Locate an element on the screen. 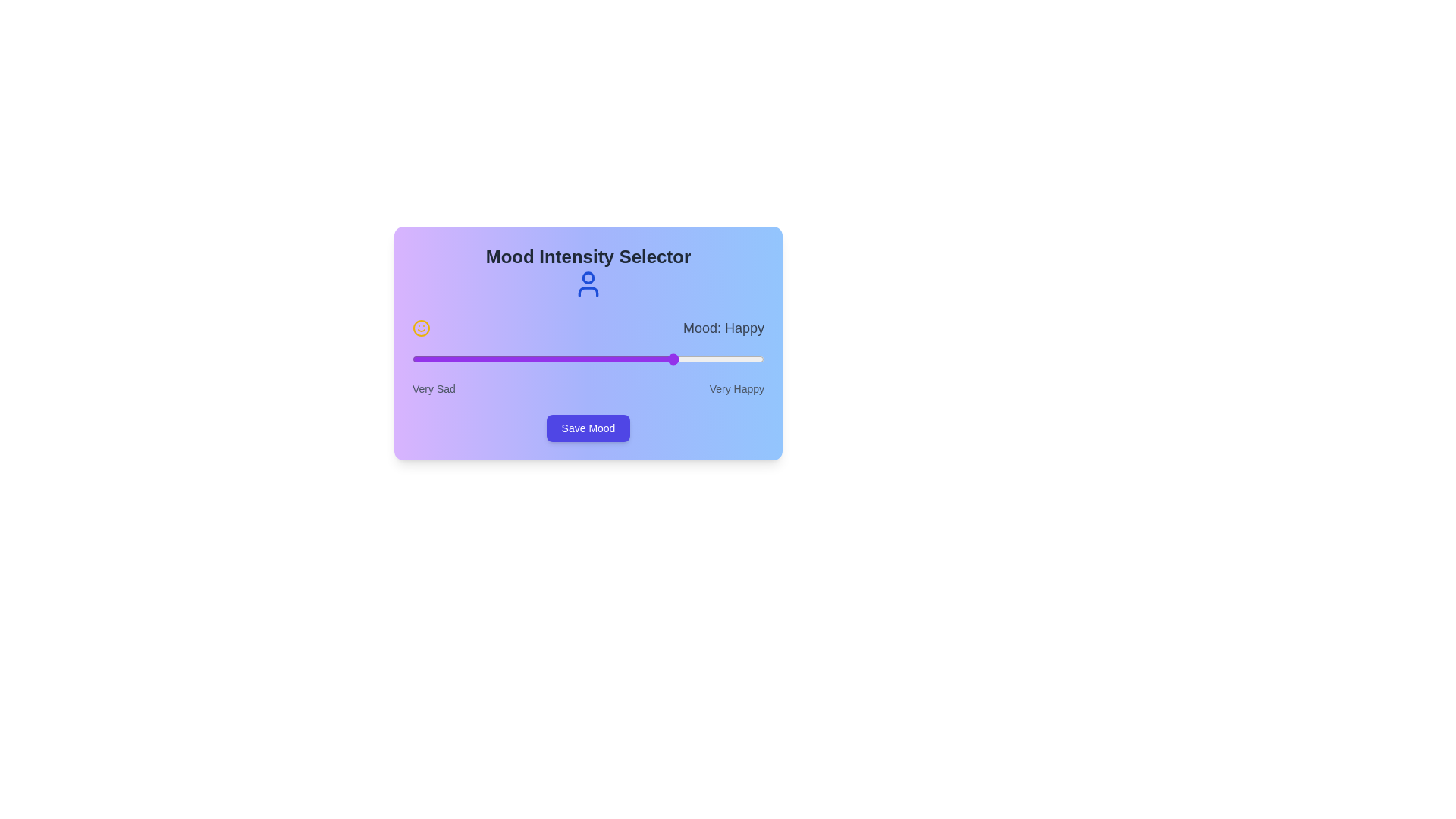  the 'Save Mood' button is located at coordinates (588, 428).